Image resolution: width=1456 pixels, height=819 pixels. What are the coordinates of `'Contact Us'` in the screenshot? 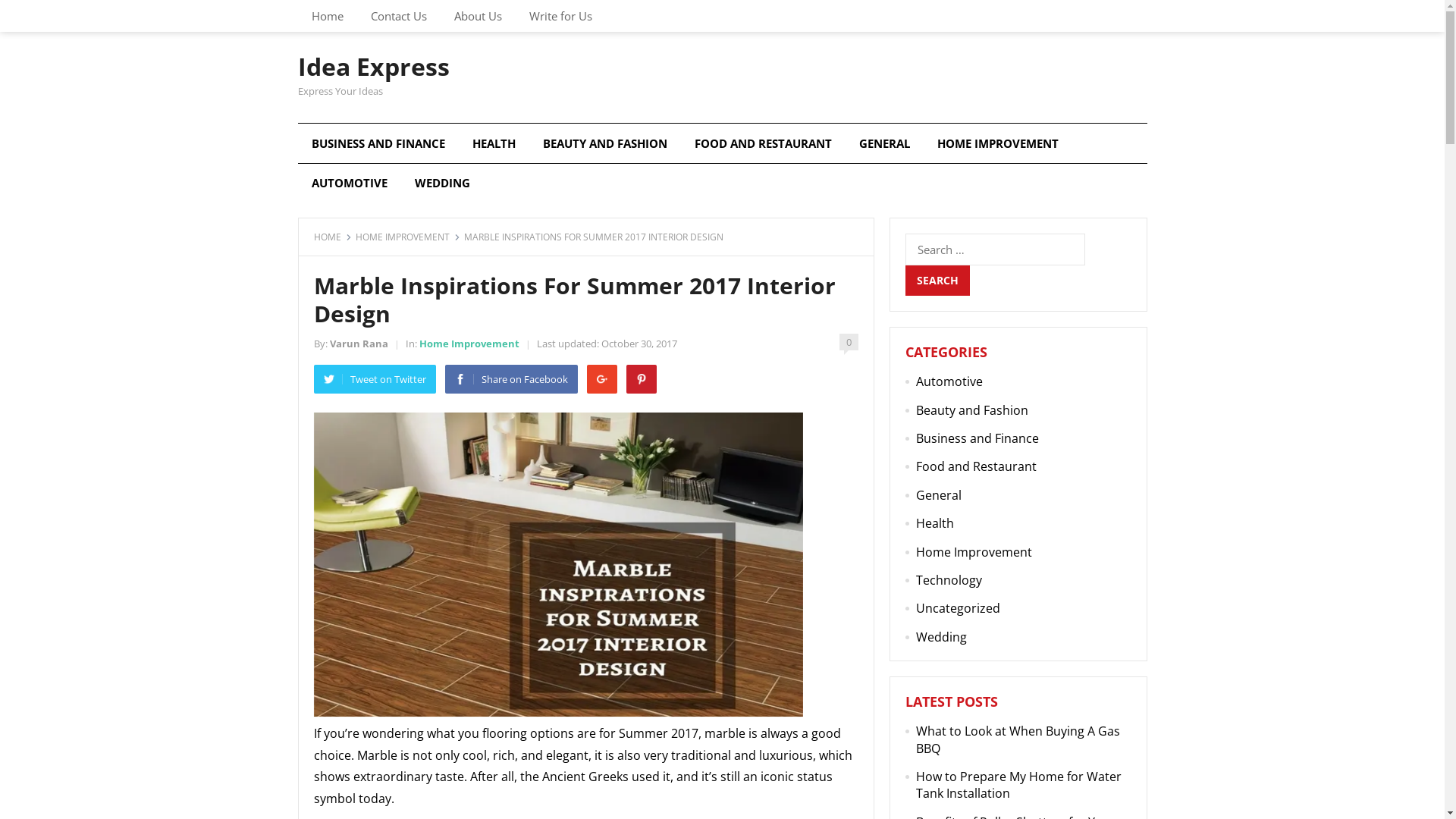 It's located at (397, 15).